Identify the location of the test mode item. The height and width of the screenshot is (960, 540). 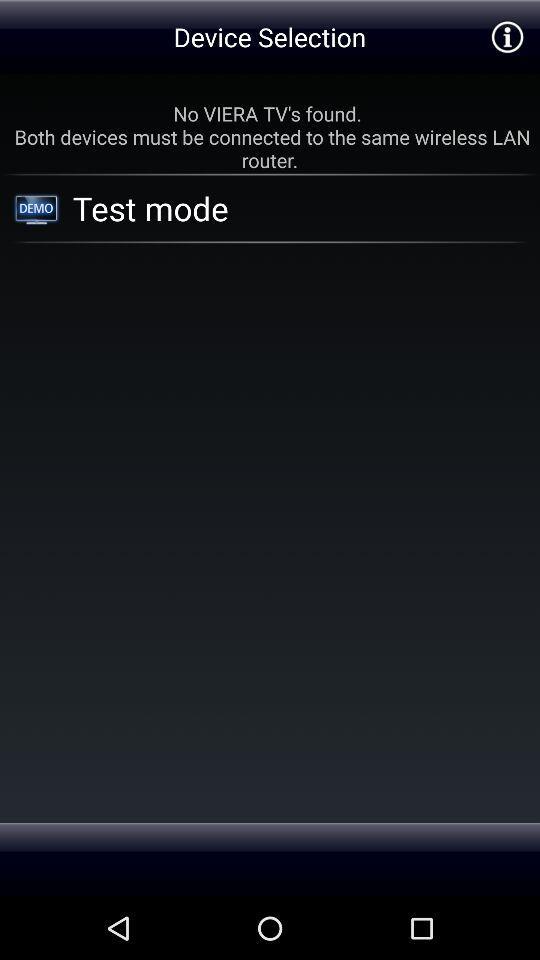
(274, 208).